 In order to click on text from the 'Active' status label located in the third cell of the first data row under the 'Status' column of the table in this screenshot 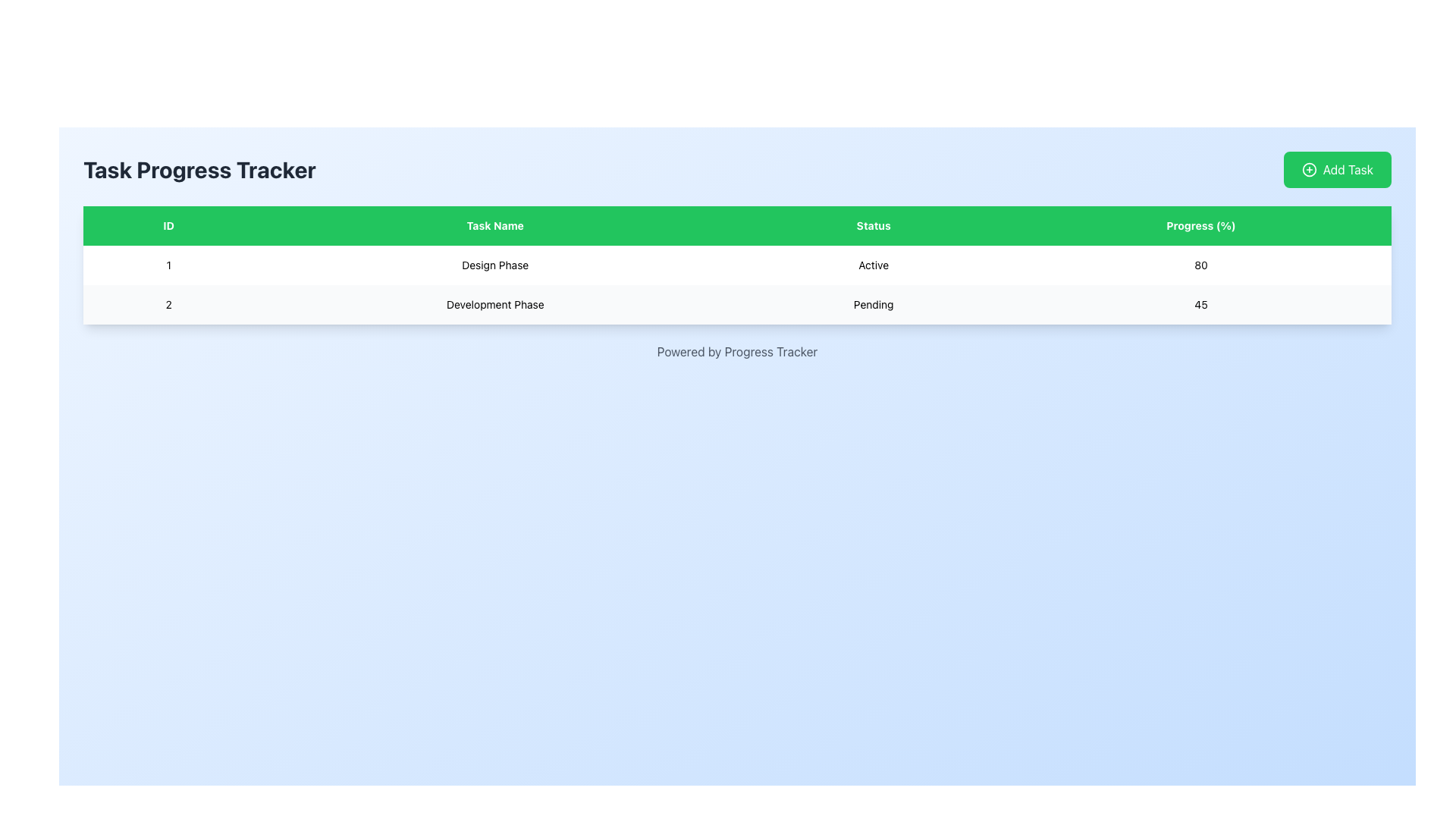, I will do `click(874, 265)`.